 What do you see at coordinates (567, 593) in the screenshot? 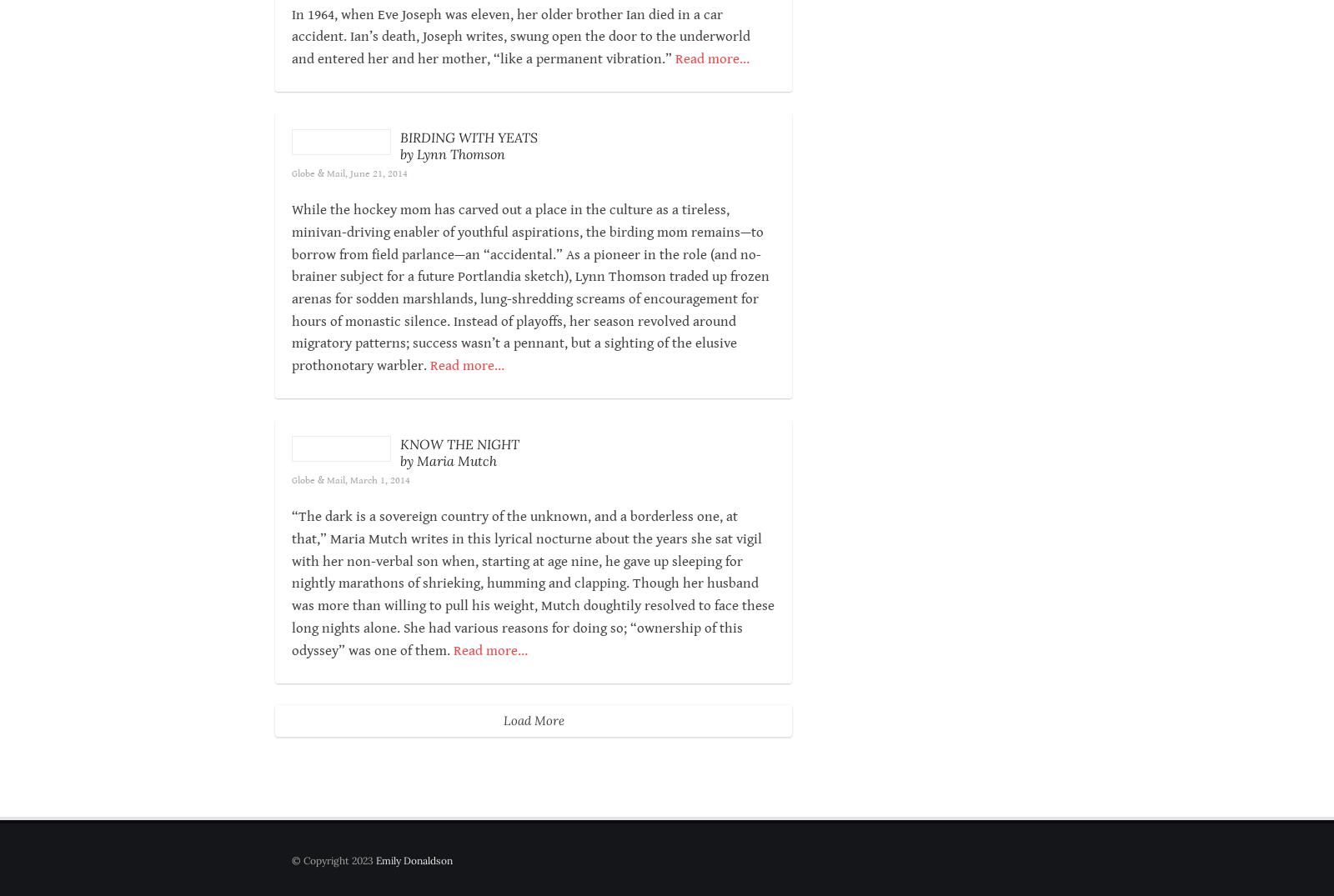
I see `'“The dark is a sovereign country of the unknown, and a borderless one, at that,”'` at bounding box center [567, 593].